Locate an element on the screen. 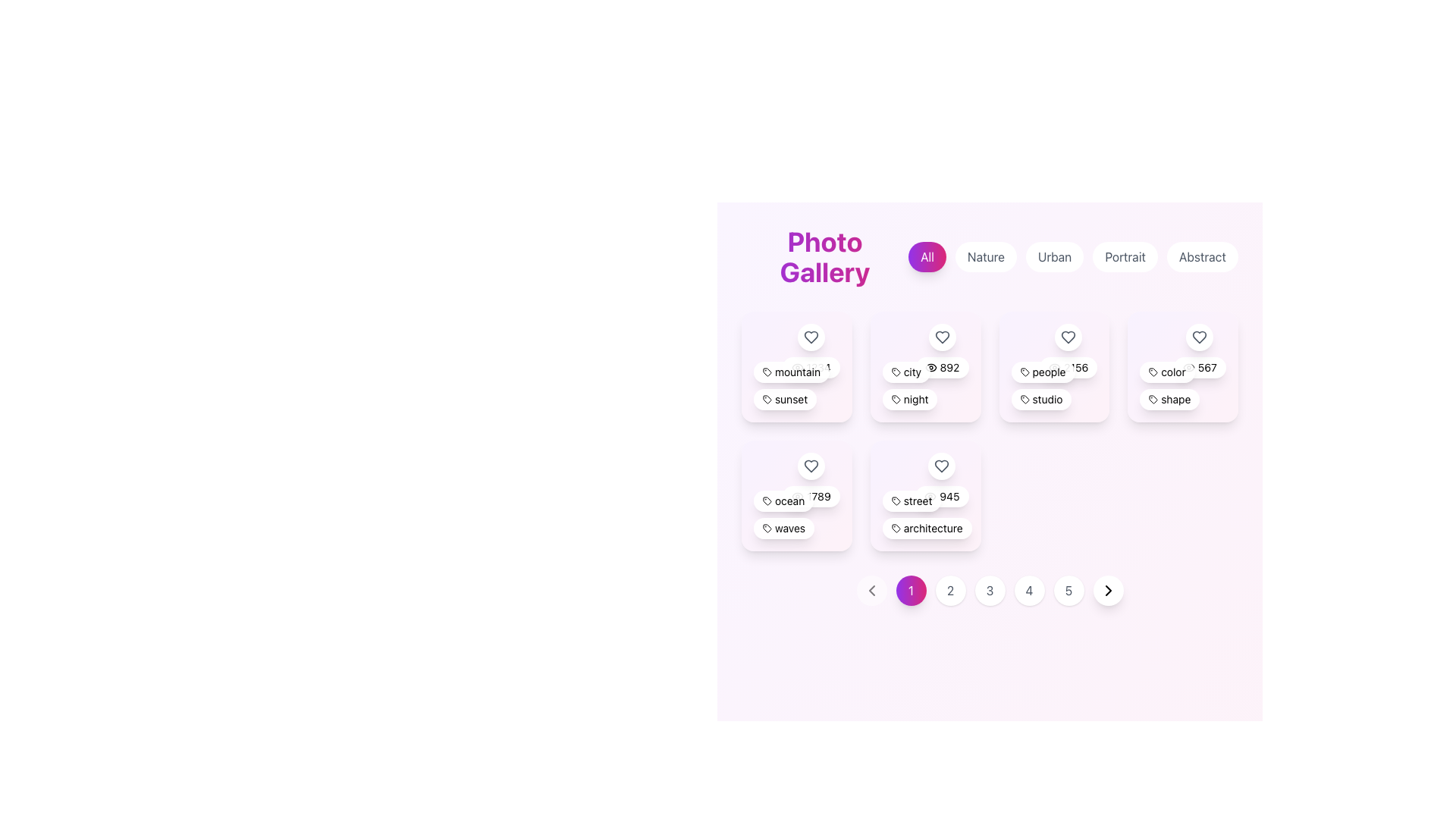 This screenshot has height=819, width=1456. the first button in the horizontal row of filter selectors below the 'Photo Gallery' heading is located at coordinates (927, 256).